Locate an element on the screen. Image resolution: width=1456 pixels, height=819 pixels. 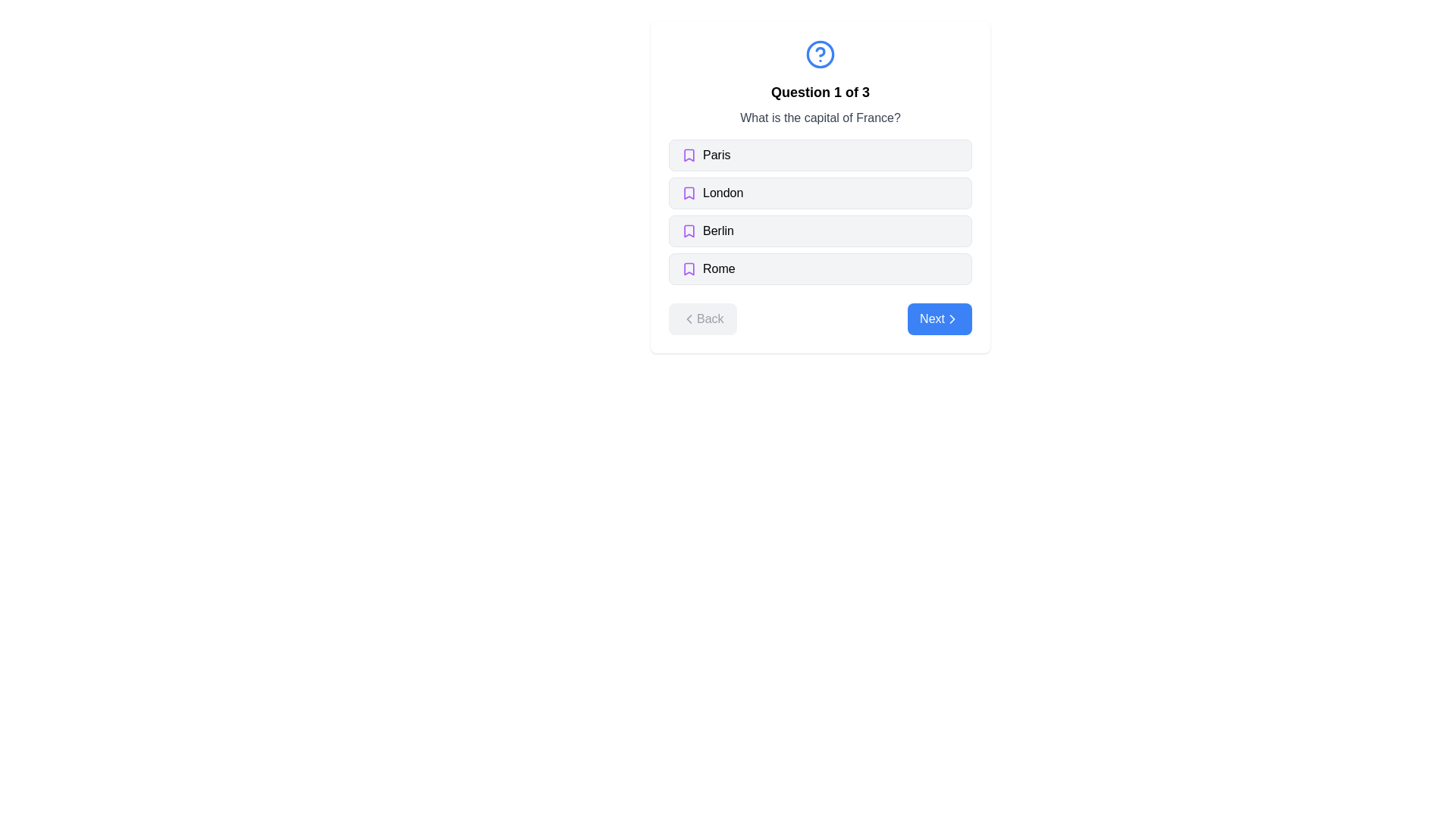
the left-pointing chevron icon located to the left of the 'Back' button text label is located at coordinates (688, 318).